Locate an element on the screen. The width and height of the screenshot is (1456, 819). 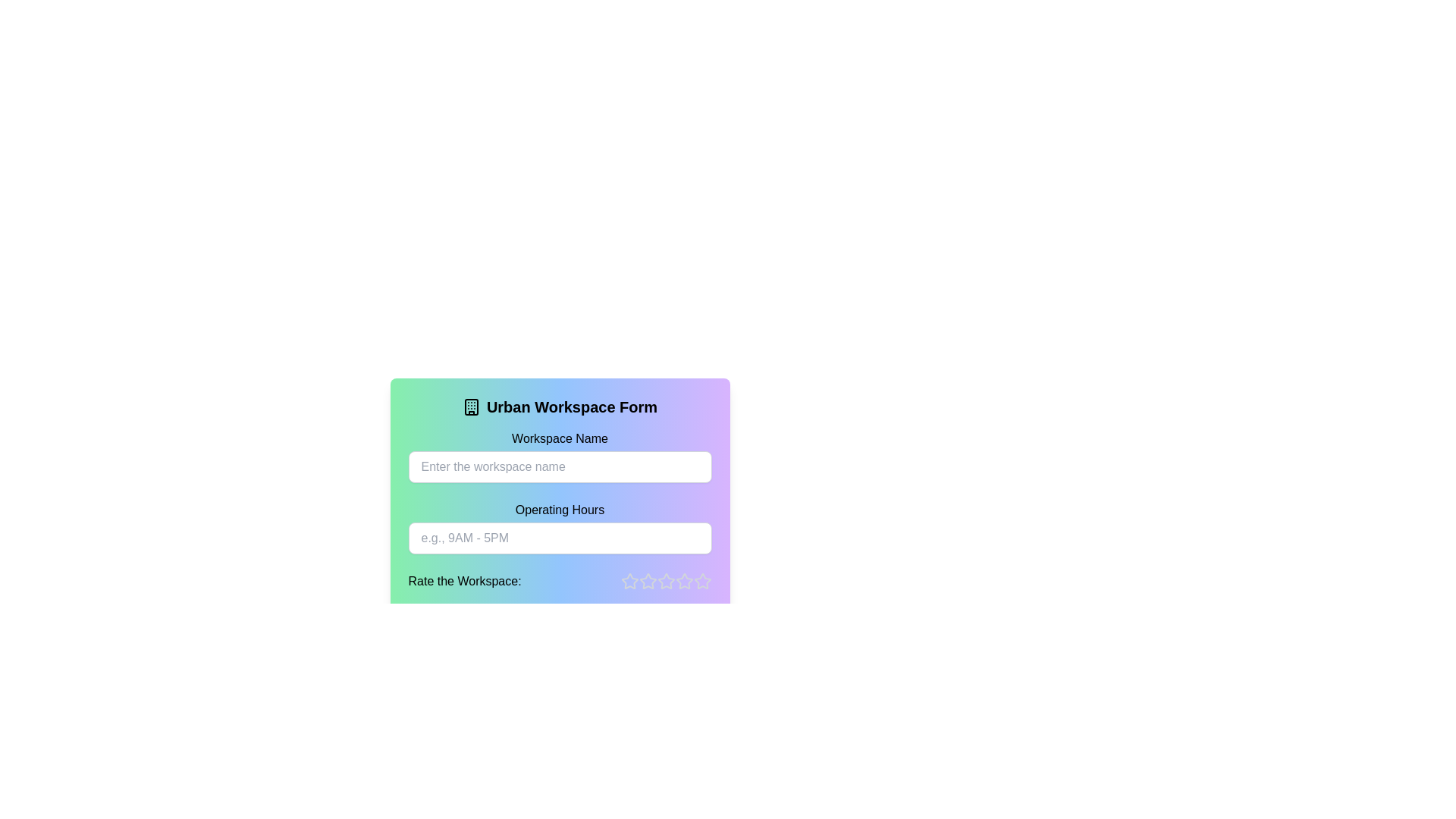
the fifth star in the rating system is located at coordinates (701, 580).